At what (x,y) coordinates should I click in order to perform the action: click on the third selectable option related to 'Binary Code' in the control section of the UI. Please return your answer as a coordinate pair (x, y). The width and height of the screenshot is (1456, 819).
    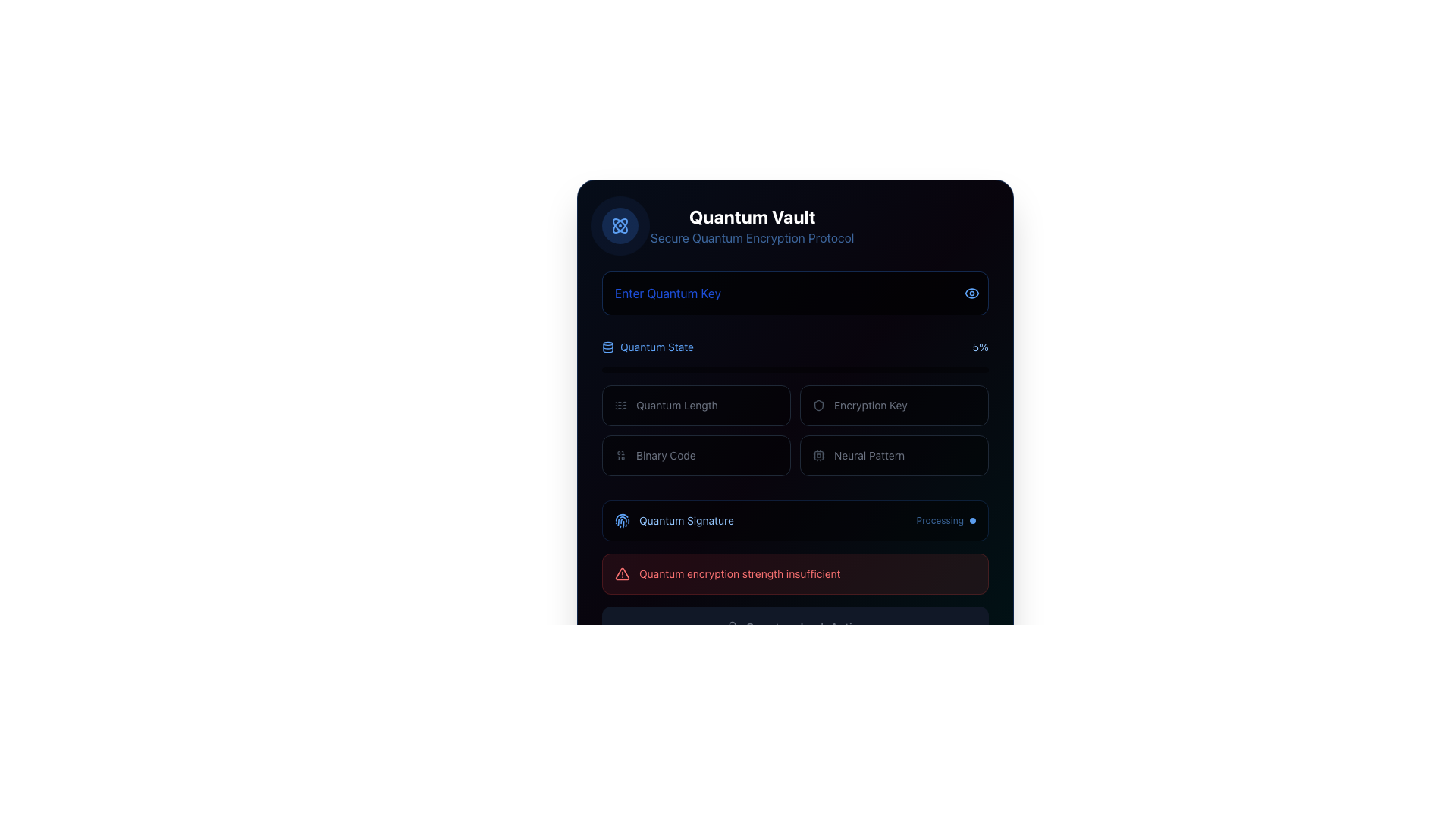
    Looking at the image, I should click on (695, 455).